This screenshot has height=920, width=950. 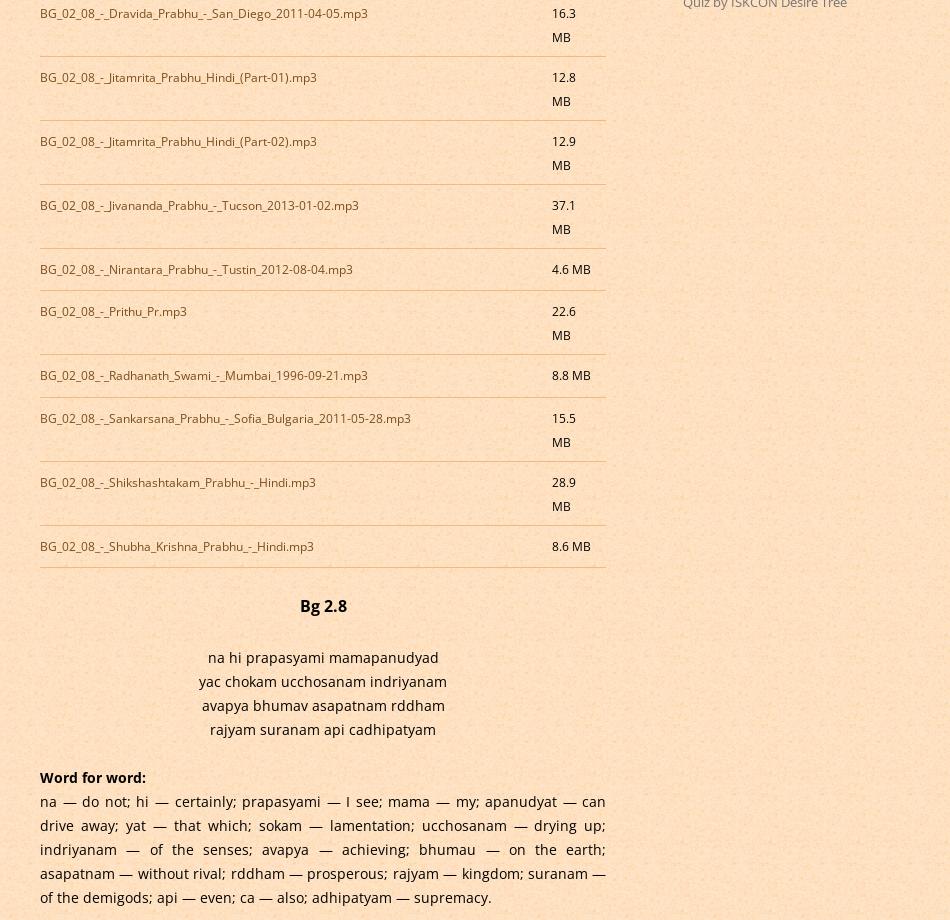 What do you see at coordinates (39, 374) in the screenshot?
I see `'BG_02_08_-_Radhanath_Swami_-_Mumbai_1996-09-21.mp3'` at bounding box center [39, 374].